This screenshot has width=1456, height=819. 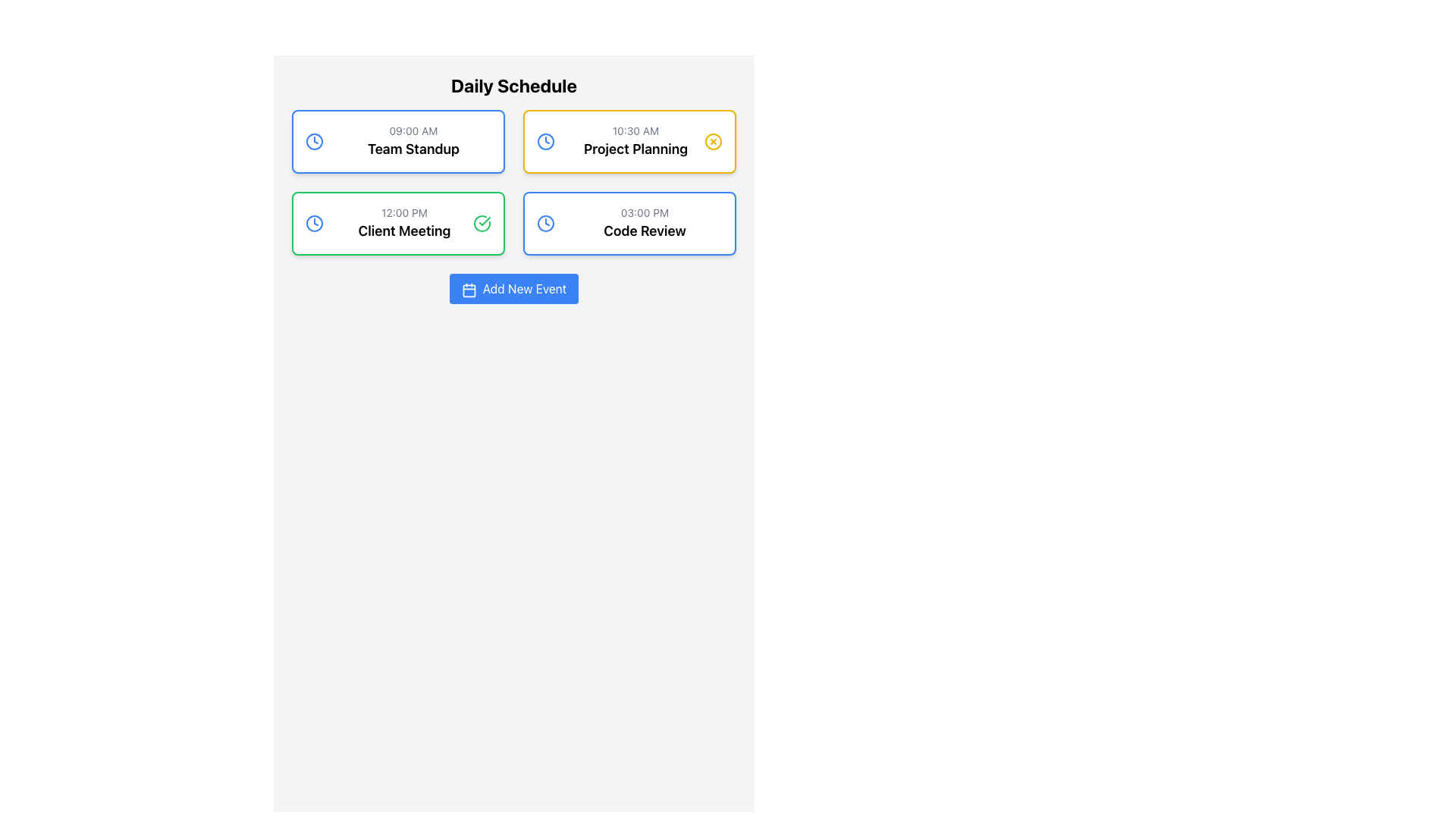 I want to click on the composite UI component displaying the time '09:00 AM' and event name 'Team Standup', which features a blue clock icon and a white background with rounded corners, so click(x=398, y=141).